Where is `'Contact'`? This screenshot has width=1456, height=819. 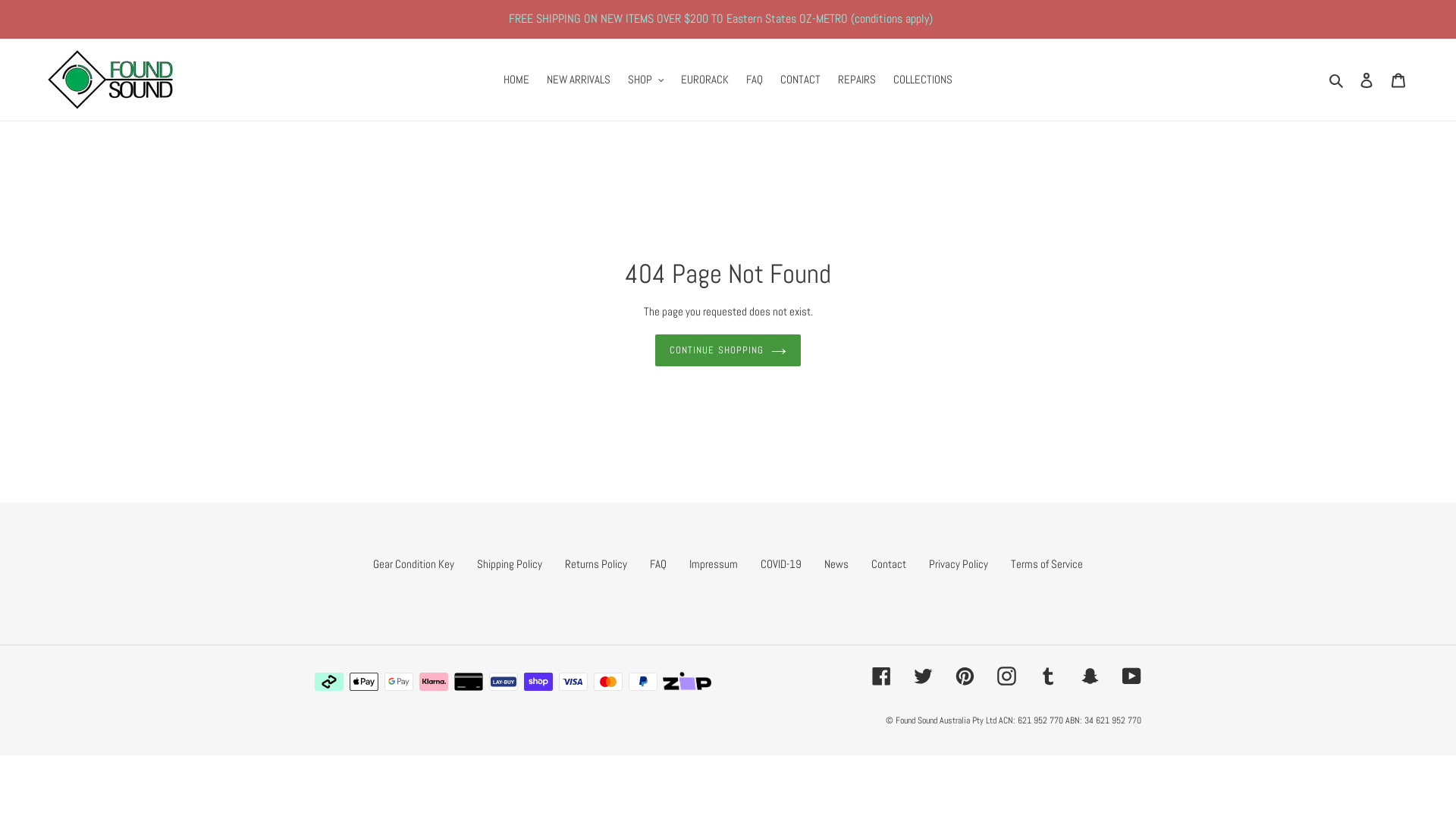 'Contact' is located at coordinates (888, 563).